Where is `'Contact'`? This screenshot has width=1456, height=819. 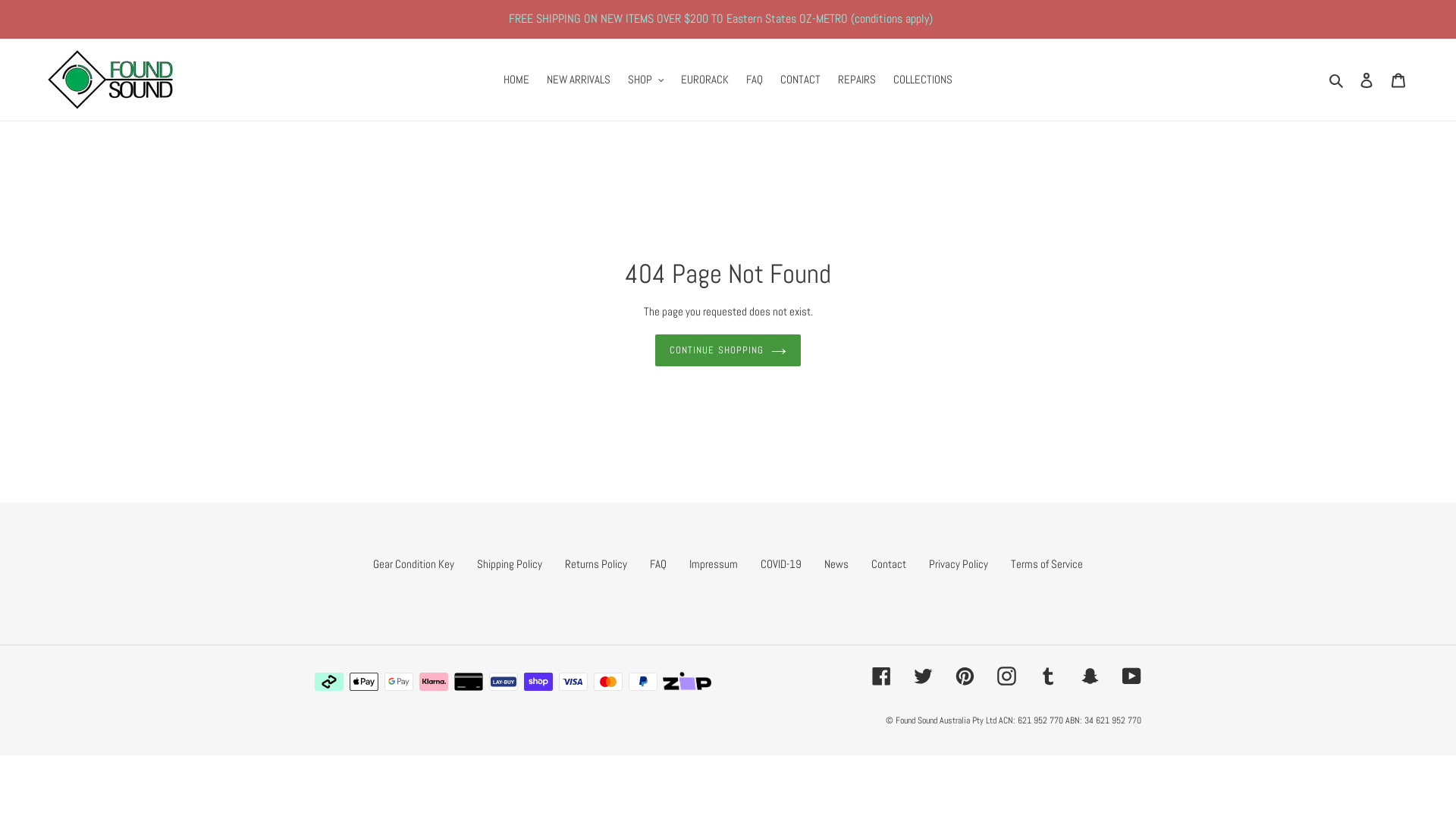 'Contact' is located at coordinates (888, 563).